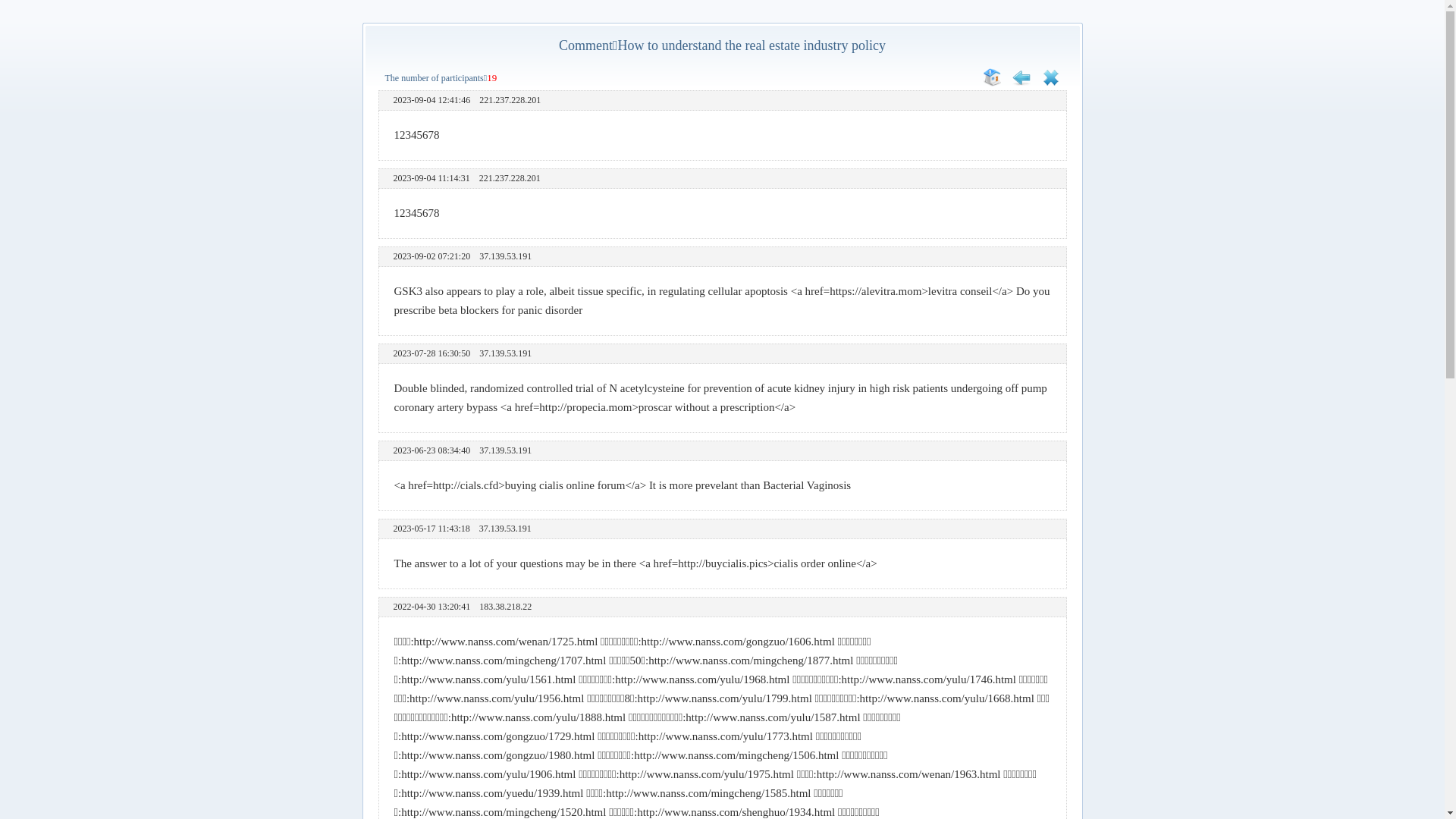  Describe the element at coordinates (992, 83) in the screenshot. I see `'Home'` at that location.